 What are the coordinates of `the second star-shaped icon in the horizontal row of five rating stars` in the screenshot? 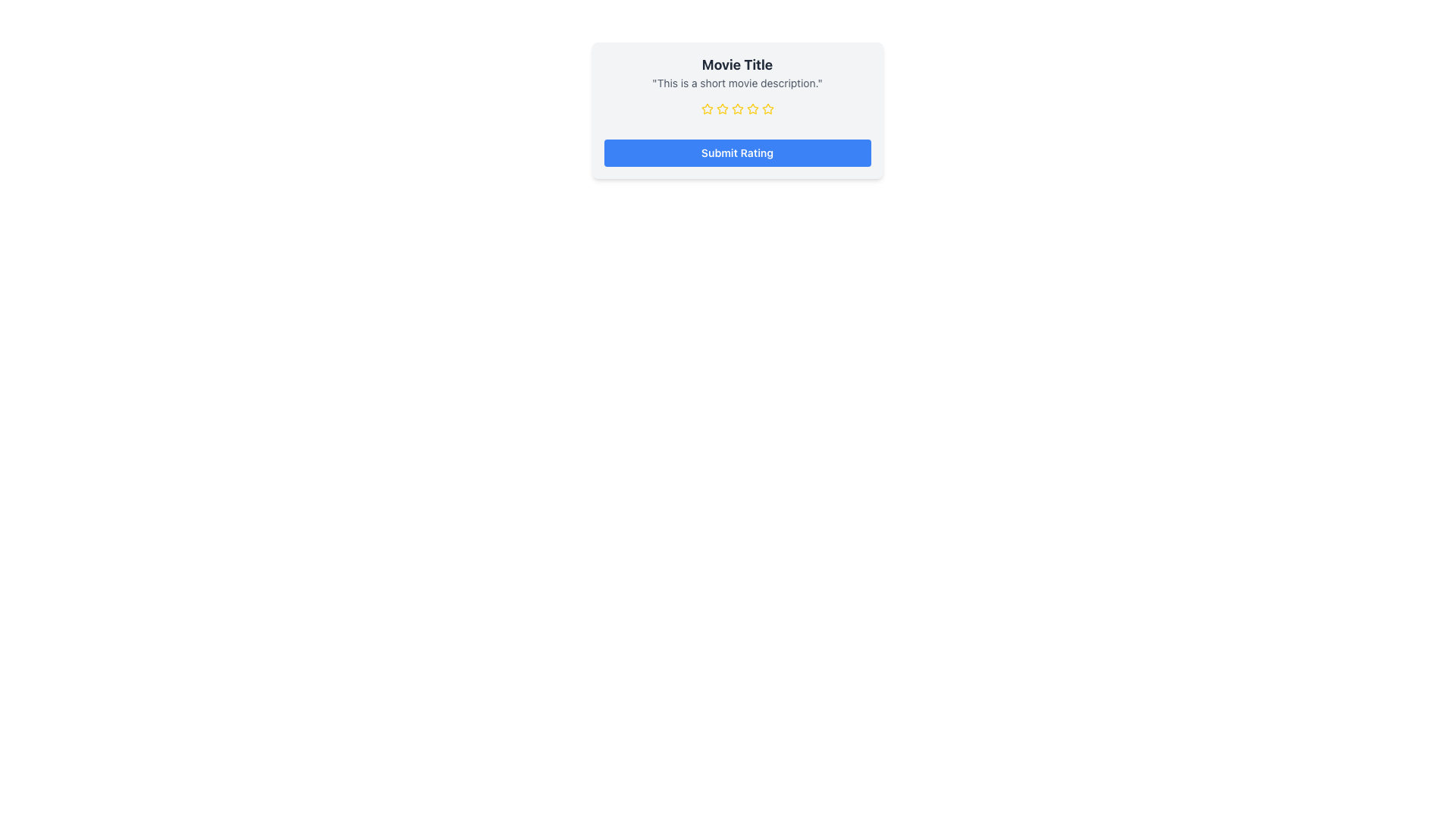 It's located at (721, 108).